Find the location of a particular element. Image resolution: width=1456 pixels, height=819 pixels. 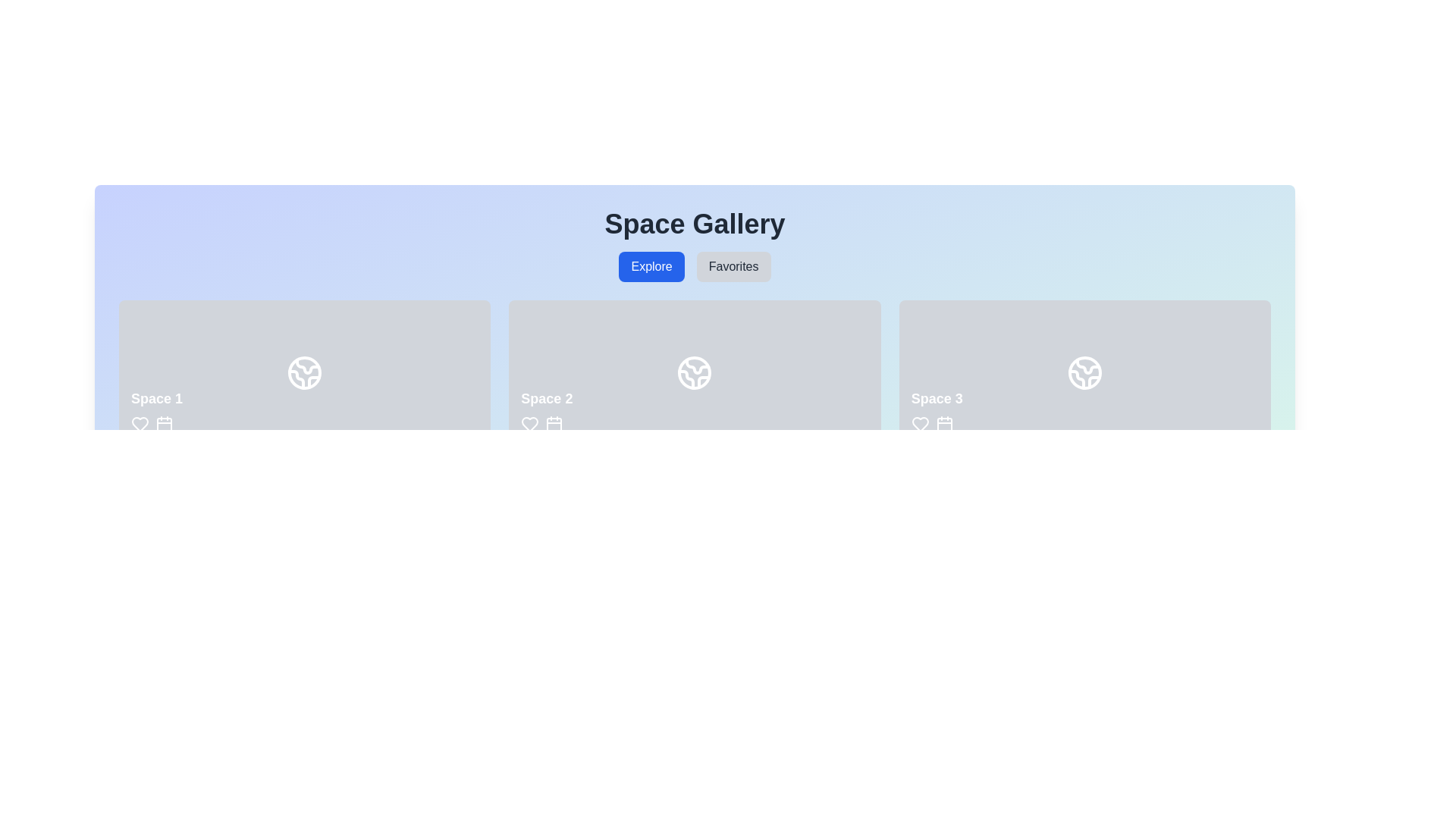

the interactive card labeled 'Space 2', which features a light gray background with a white circular globe icon and the text 'Space 2' in white at the bottom left is located at coordinates (694, 373).